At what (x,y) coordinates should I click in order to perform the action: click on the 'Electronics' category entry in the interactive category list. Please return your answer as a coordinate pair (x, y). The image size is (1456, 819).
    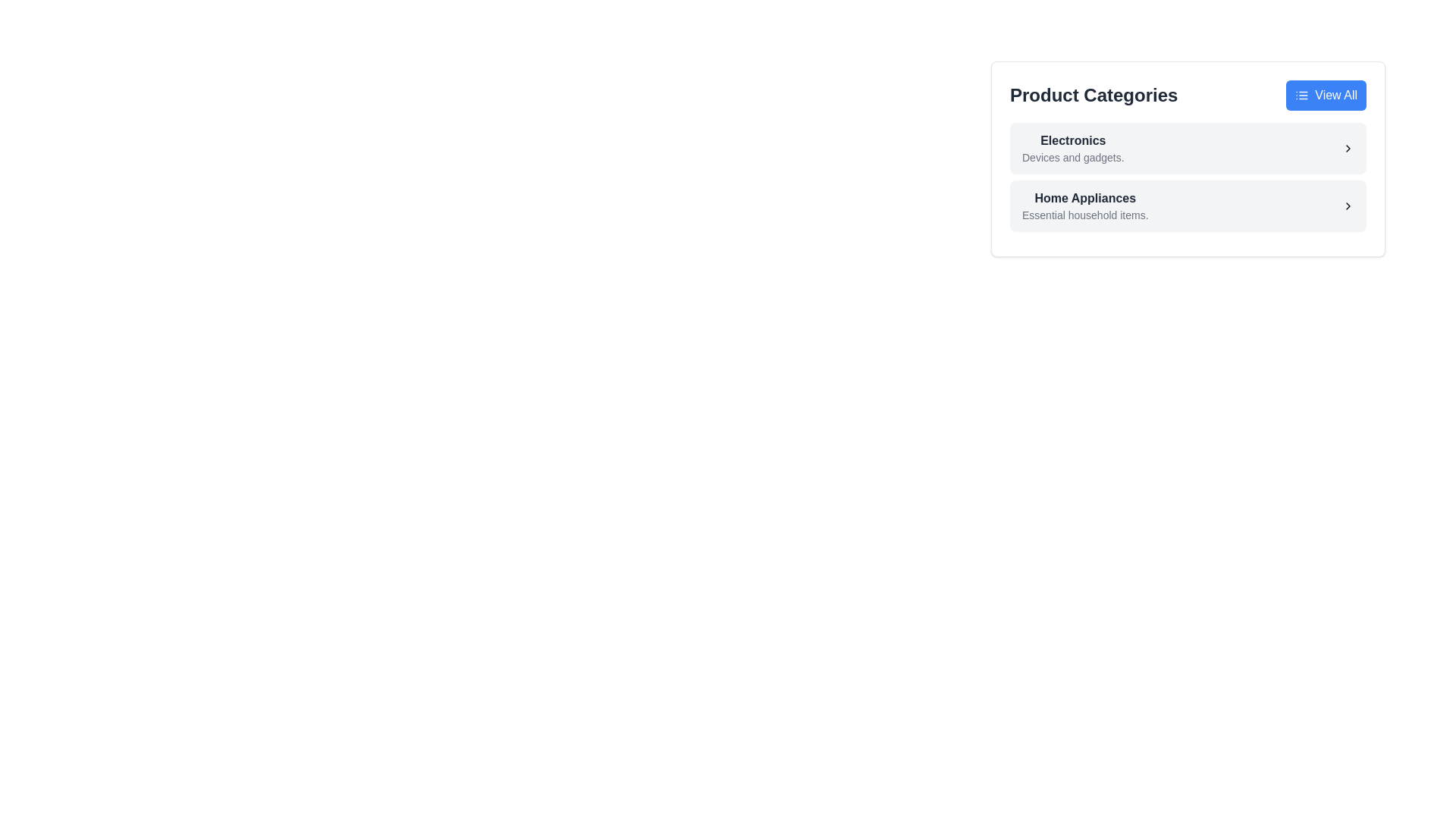
    Looking at the image, I should click on (1187, 158).